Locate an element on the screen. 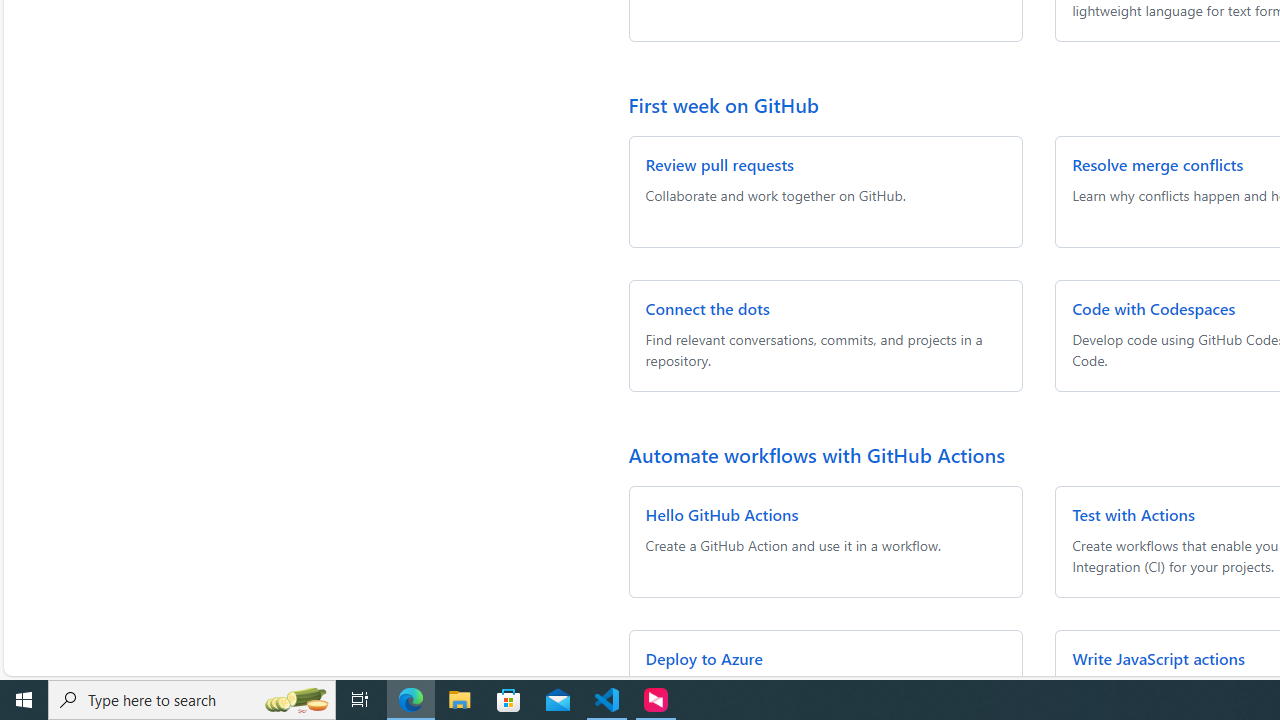 This screenshot has width=1280, height=720. 'Test with Actions' is located at coordinates (1134, 513).